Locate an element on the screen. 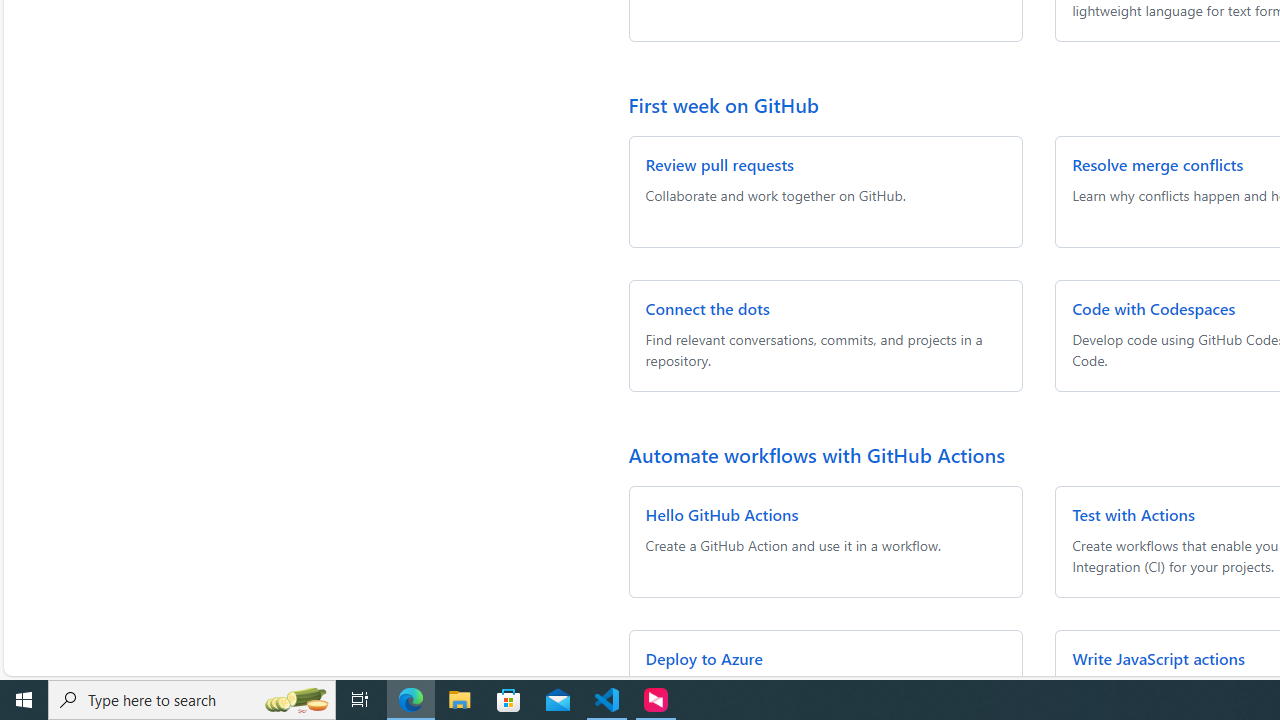 This screenshot has width=1280, height=720. 'Test with Actions' is located at coordinates (1134, 513).